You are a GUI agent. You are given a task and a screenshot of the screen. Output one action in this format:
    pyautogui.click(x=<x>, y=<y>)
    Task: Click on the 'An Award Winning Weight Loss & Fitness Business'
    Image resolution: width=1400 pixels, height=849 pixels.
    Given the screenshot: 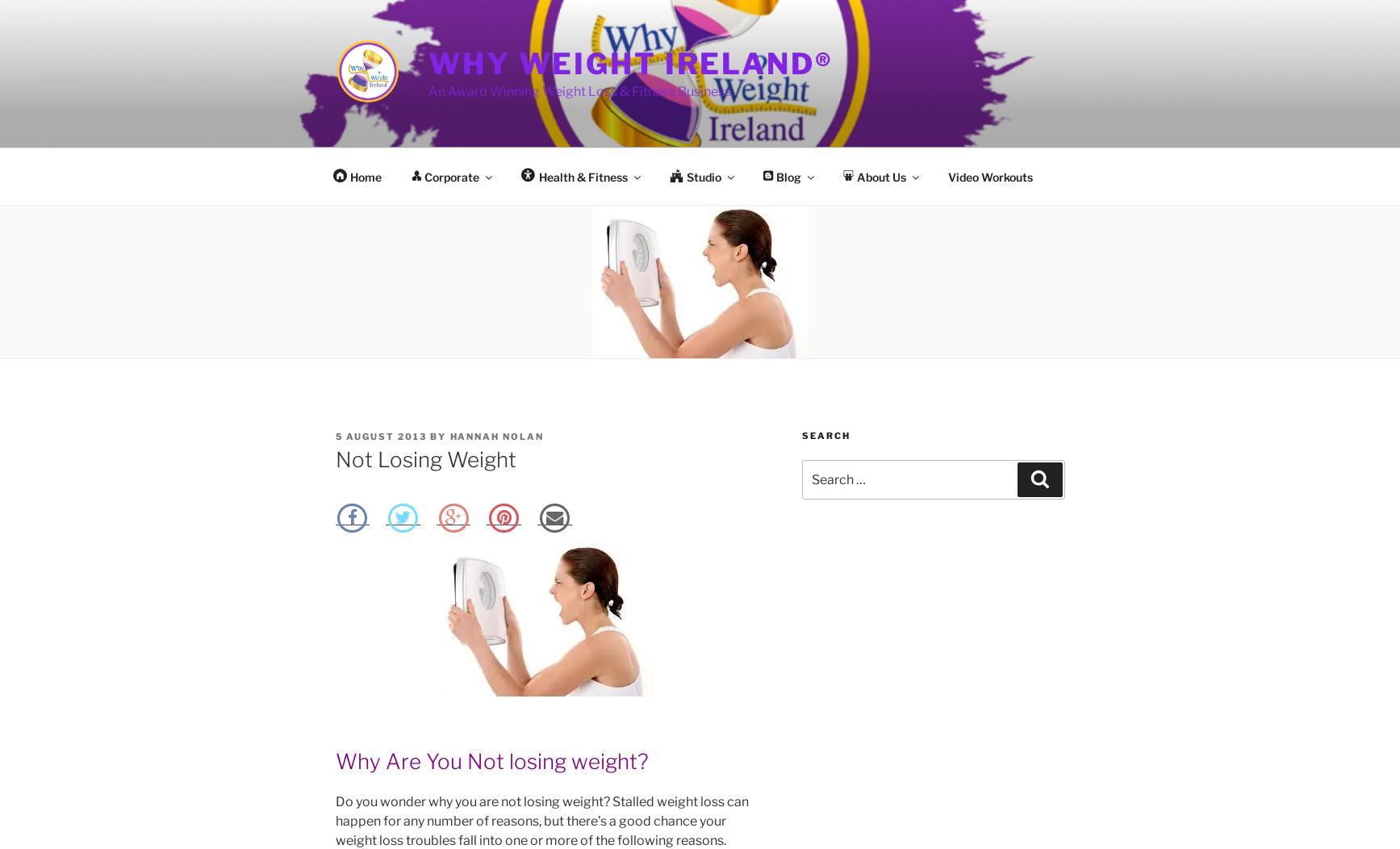 What is the action you would take?
    pyautogui.click(x=579, y=91)
    